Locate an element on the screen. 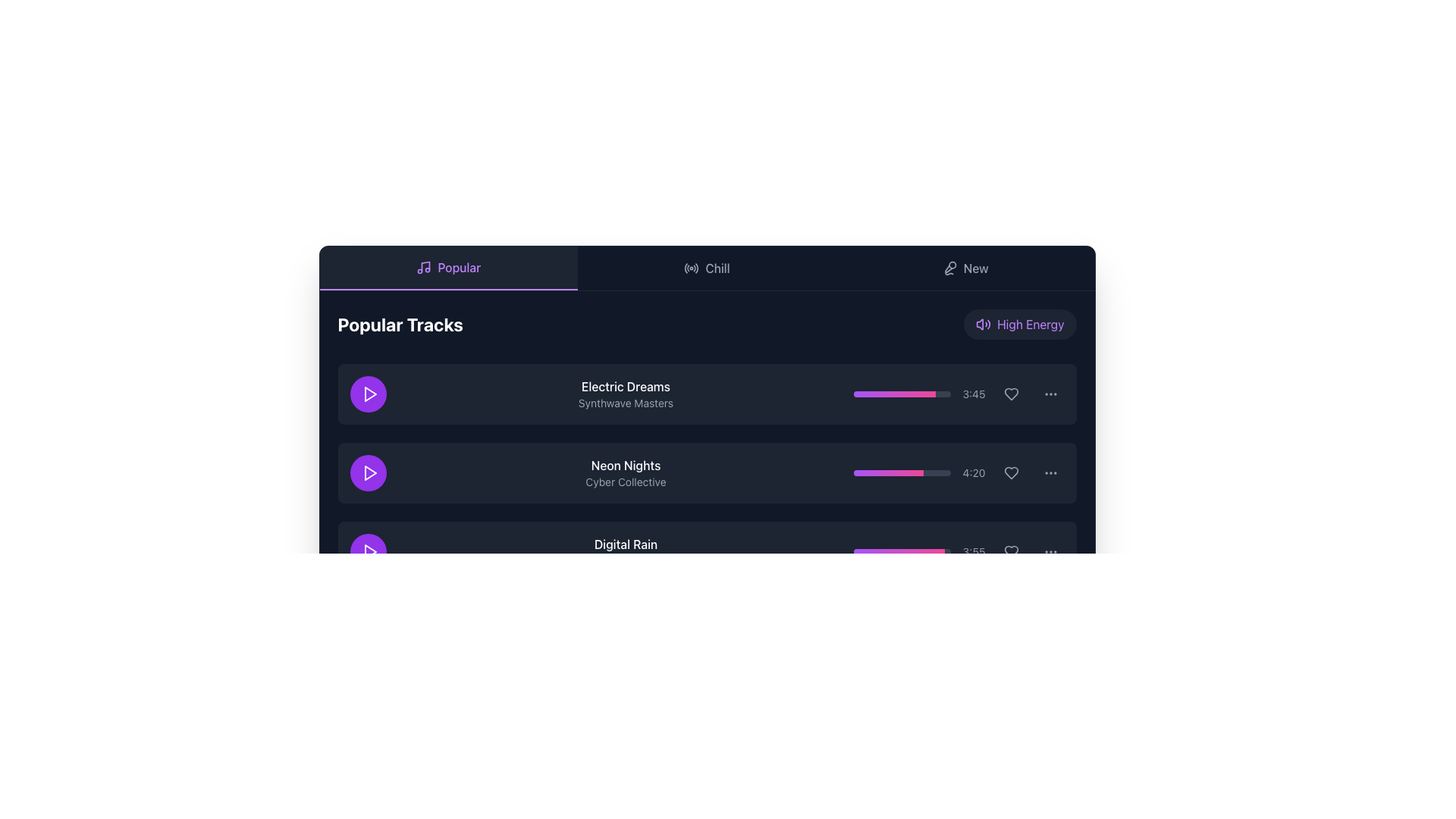 This screenshot has height=819, width=1456. the microphone icon, which is a thin, rounded outline SVG symbol in light gray color, located in the top-right section of the navigation bar next to the text 'New' is located at coordinates (949, 268).